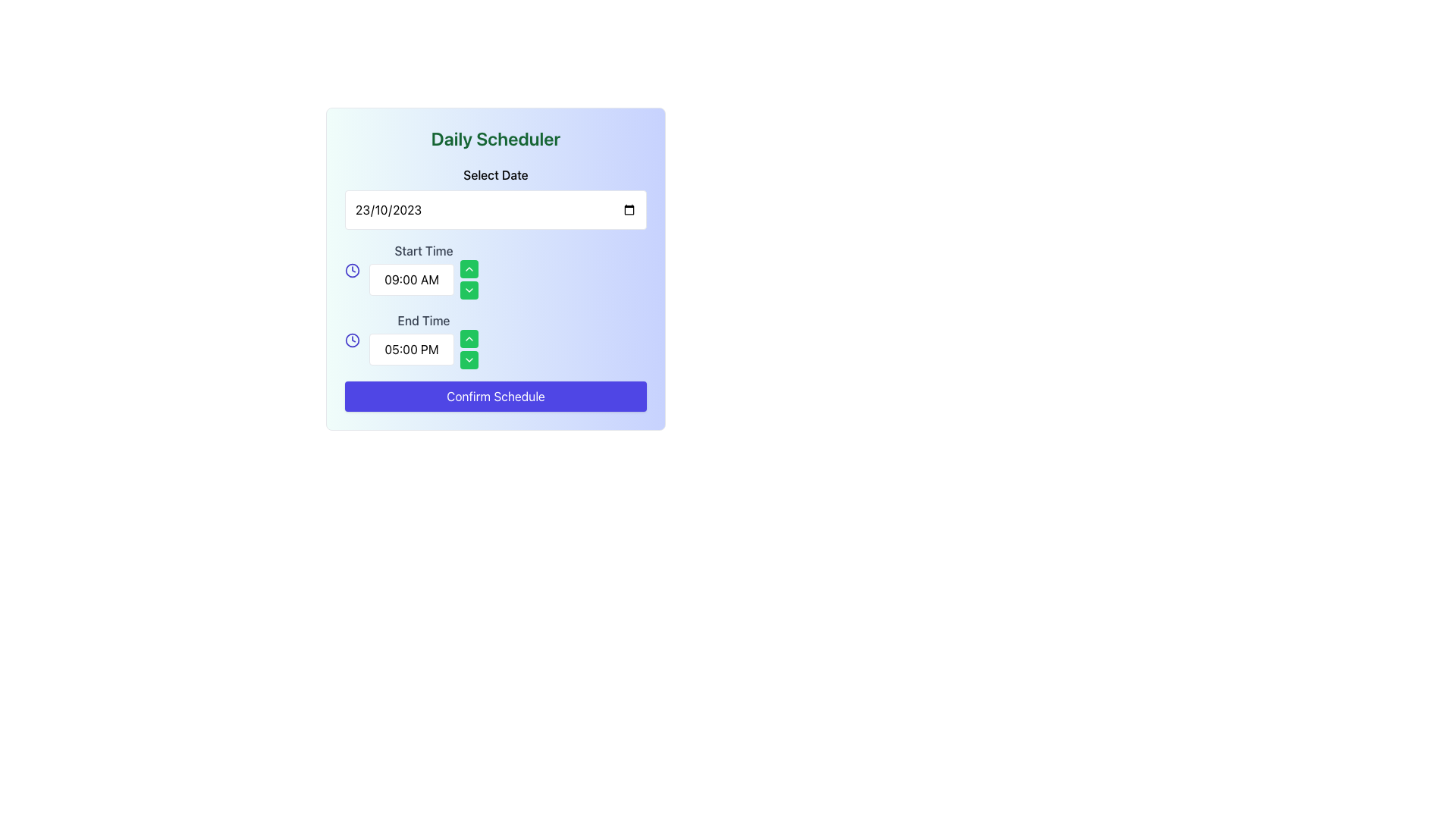  What do you see at coordinates (469, 280) in the screenshot?
I see `the downward button of the vertical stepper control located next to the '09:00 AM' time display in the 'Daily Scheduler' interface to decrease the value` at bounding box center [469, 280].